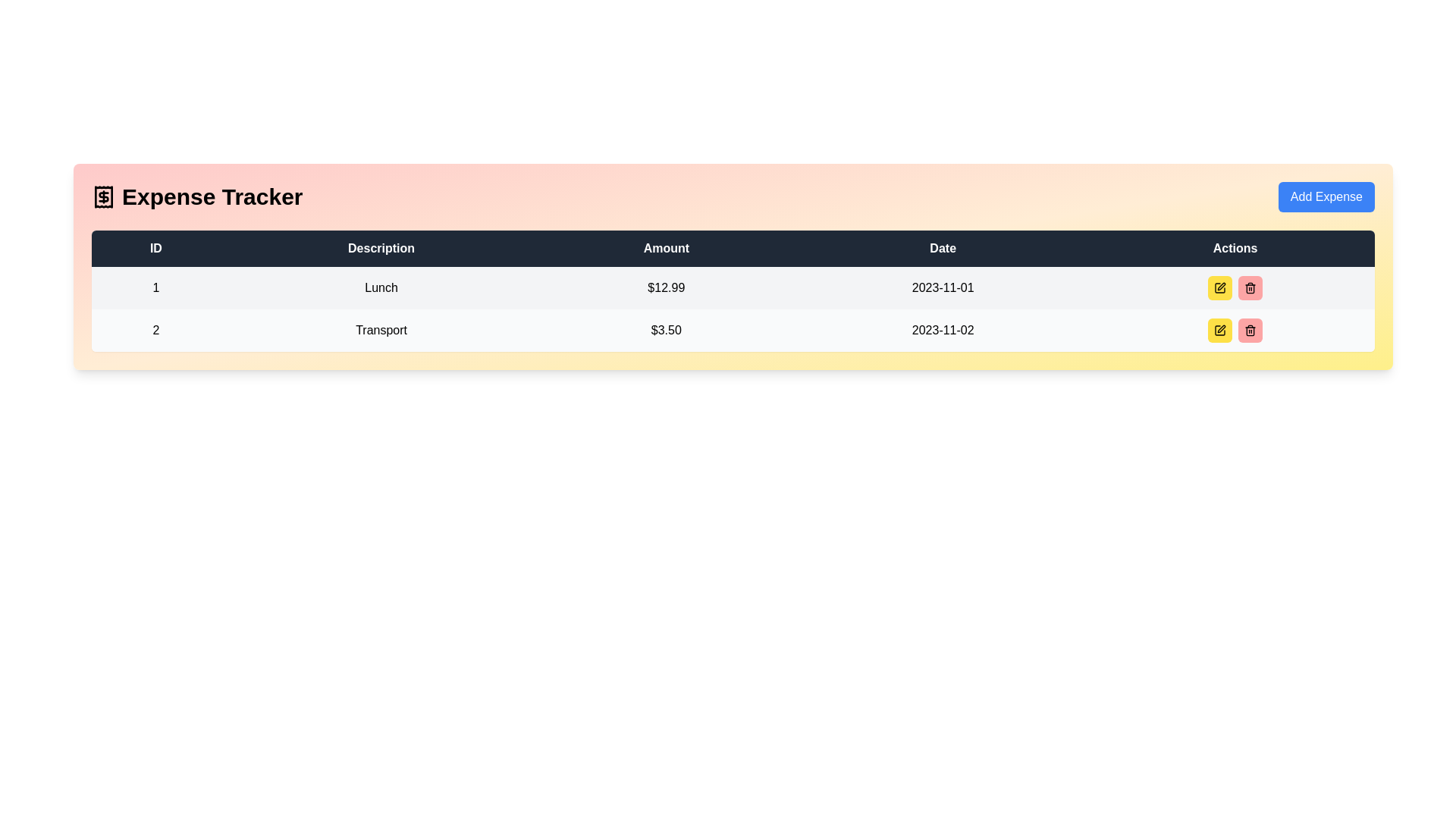 The image size is (1456, 819). I want to click on the edit icon within the 'Actions' column of the second row in the table, so click(1219, 329).